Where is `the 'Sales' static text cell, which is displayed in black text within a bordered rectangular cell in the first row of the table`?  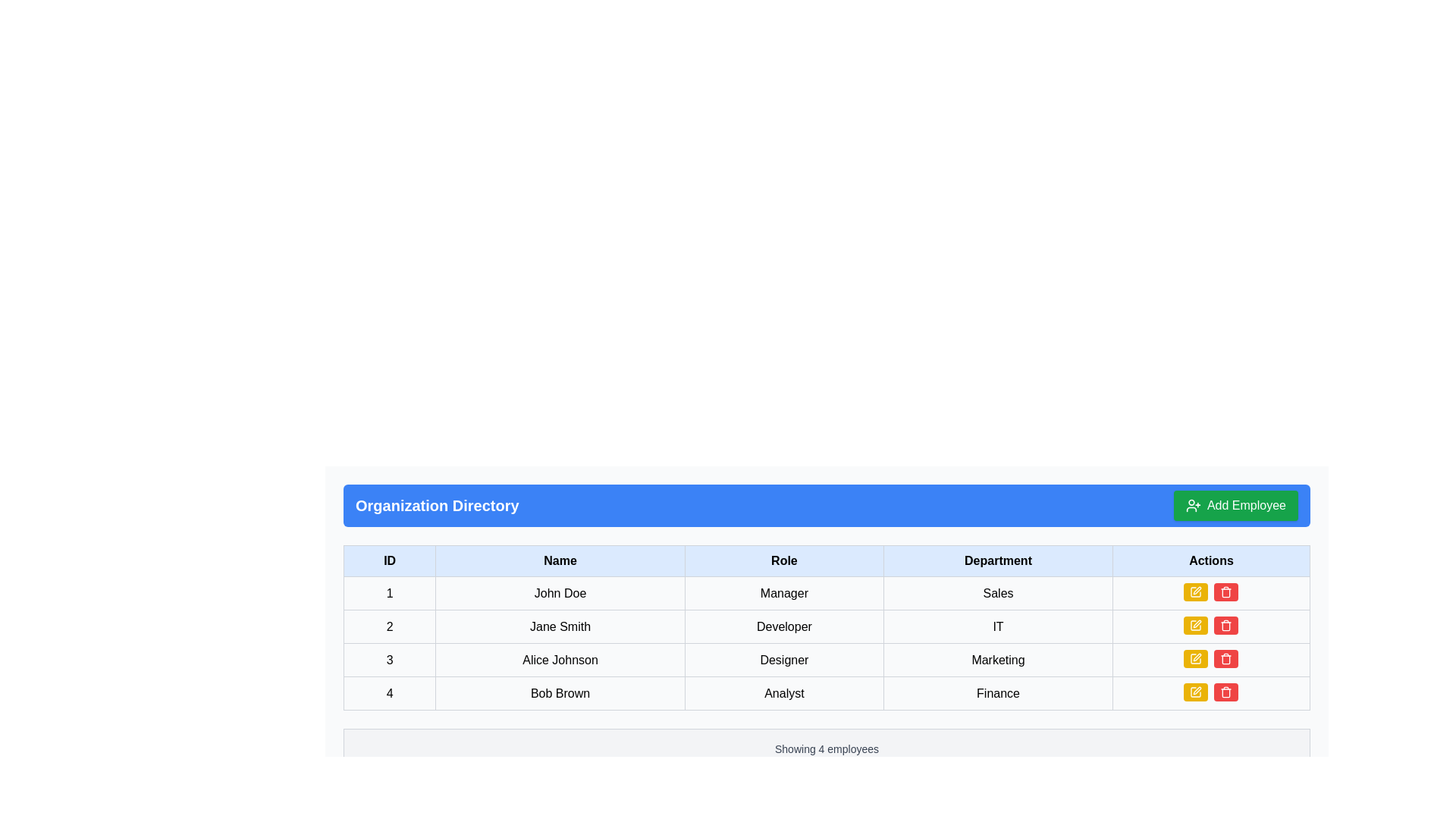
the 'Sales' static text cell, which is displayed in black text within a bordered rectangular cell in the first row of the table is located at coordinates (998, 592).